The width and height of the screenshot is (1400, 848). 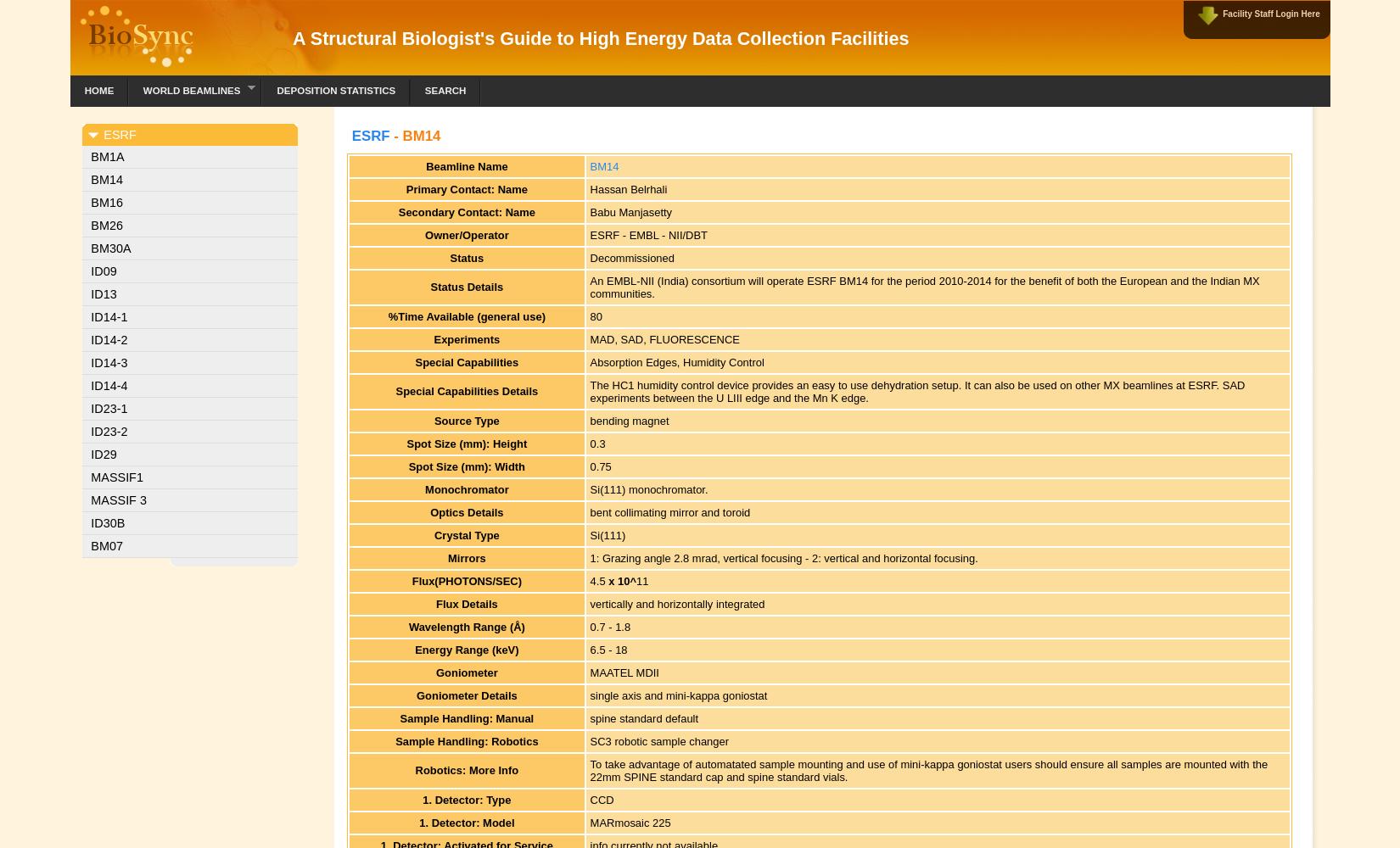 I want to click on 'SC3 robotic sample changer', so click(x=658, y=739).